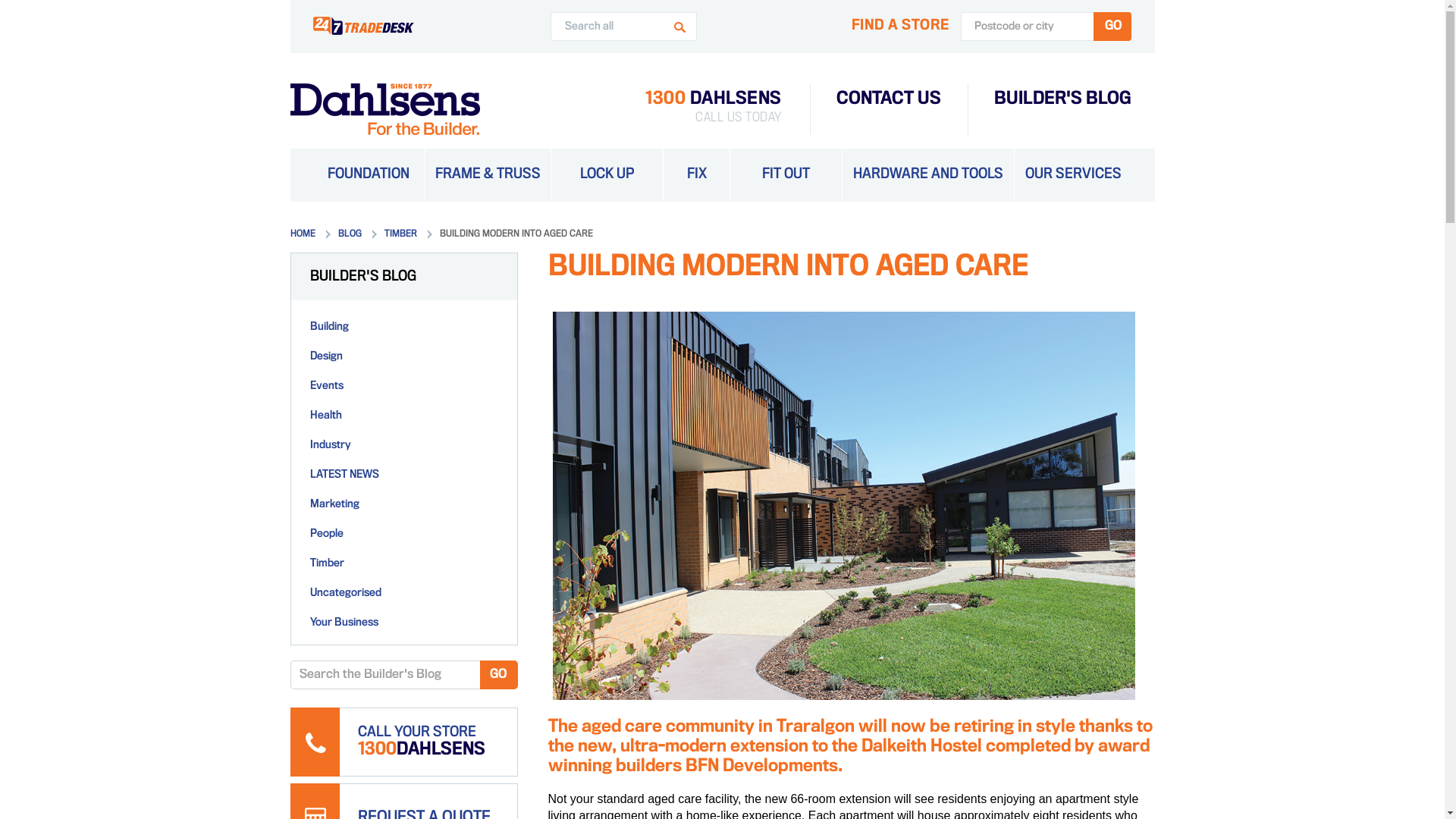 The height and width of the screenshot is (819, 1456). What do you see at coordinates (498, 674) in the screenshot?
I see `'GO'` at bounding box center [498, 674].